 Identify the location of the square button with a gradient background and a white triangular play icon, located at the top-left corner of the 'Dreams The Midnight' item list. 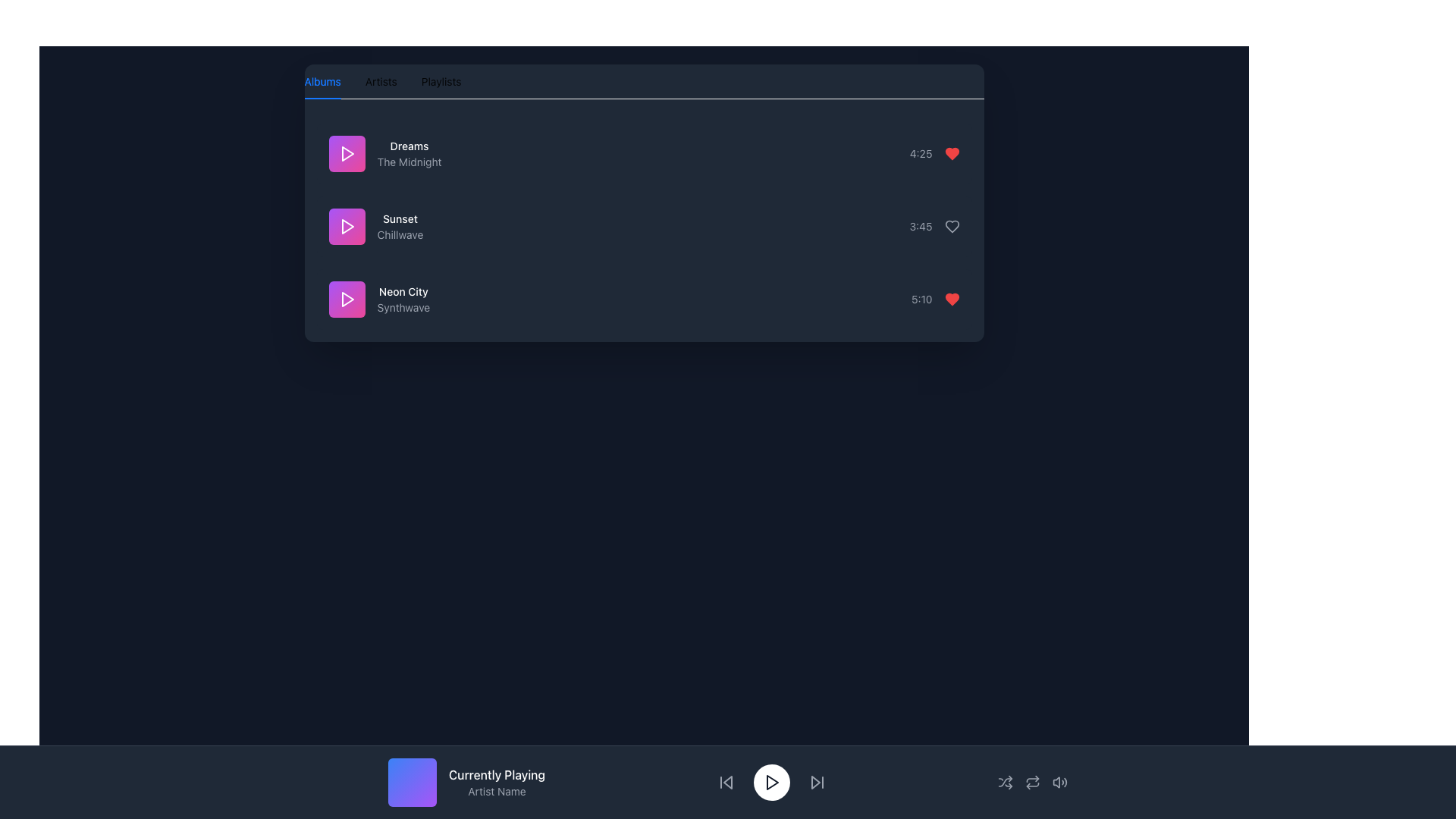
(346, 154).